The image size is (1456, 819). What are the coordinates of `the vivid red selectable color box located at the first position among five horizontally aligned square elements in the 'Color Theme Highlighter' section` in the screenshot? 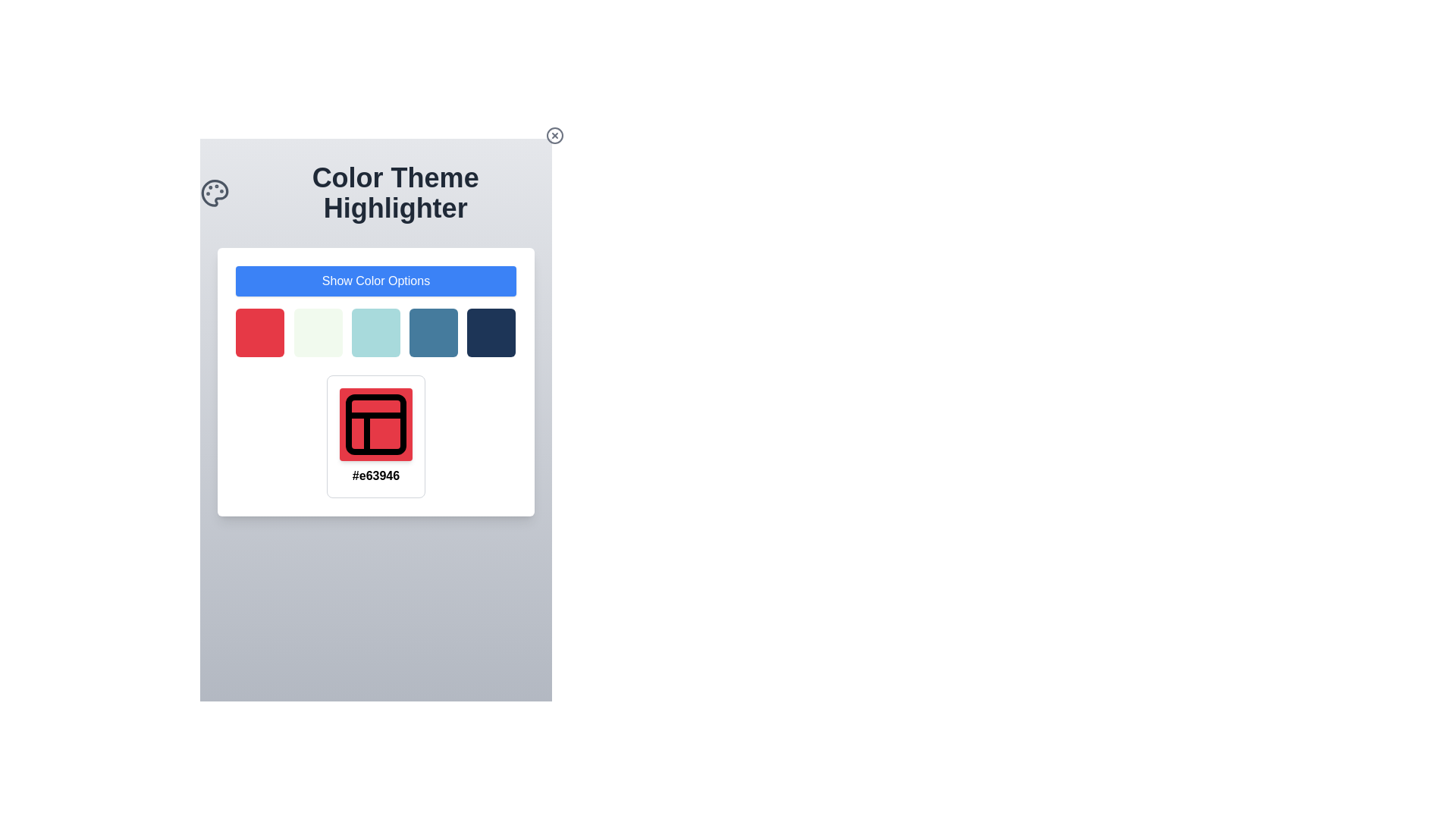 It's located at (260, 332).